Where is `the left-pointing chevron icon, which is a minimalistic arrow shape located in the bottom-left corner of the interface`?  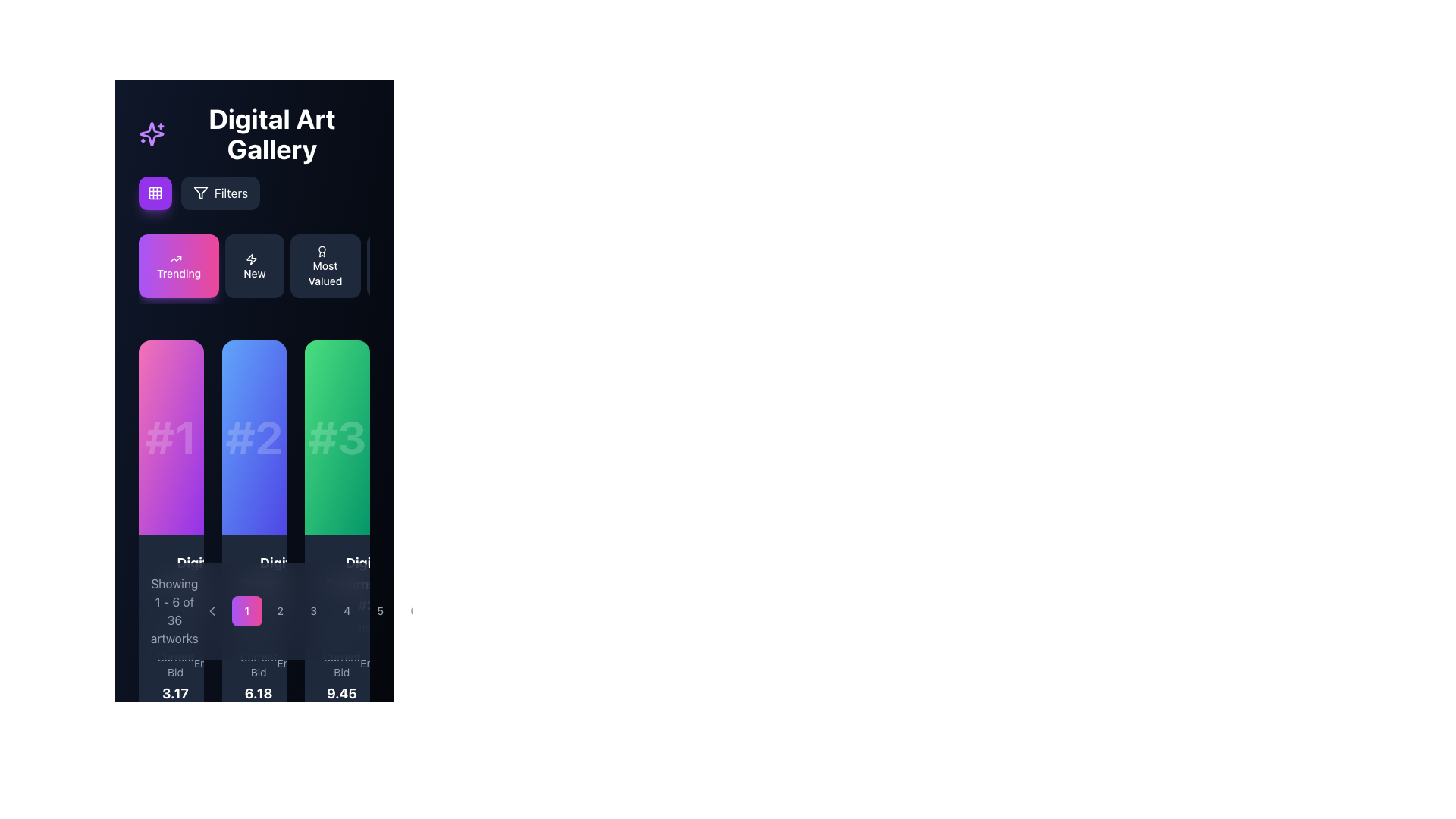 the left-pointing chevron icon, which is a minimalistic arrow shape located in the bottom-left corner of the interface is located at coordinates (211, 610).